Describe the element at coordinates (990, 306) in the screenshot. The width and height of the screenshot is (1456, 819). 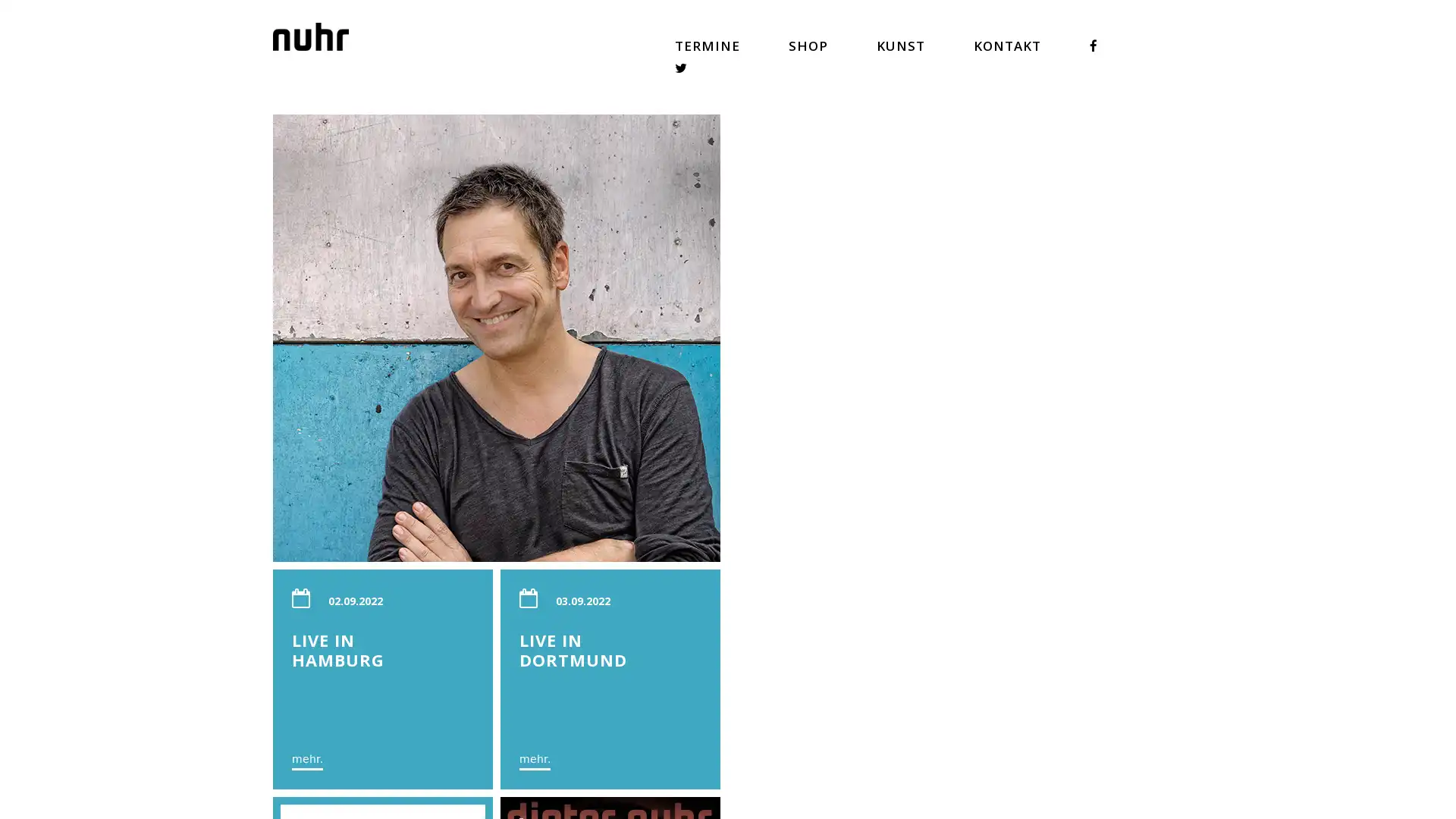
I see `mehr.` at that location.